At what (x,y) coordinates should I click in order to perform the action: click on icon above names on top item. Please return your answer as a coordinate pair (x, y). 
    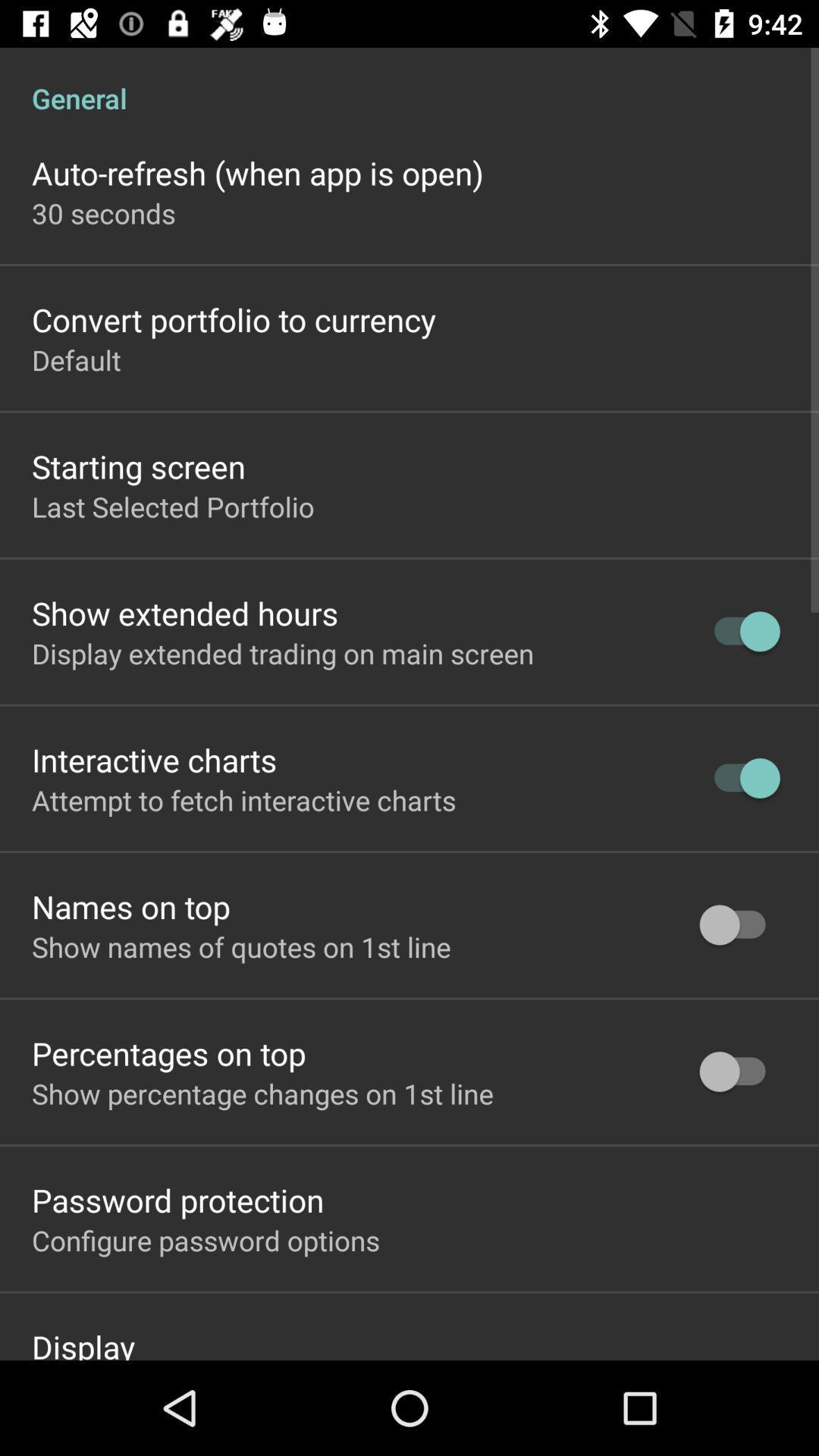
    Looking at the image, I should click on (243, 799).